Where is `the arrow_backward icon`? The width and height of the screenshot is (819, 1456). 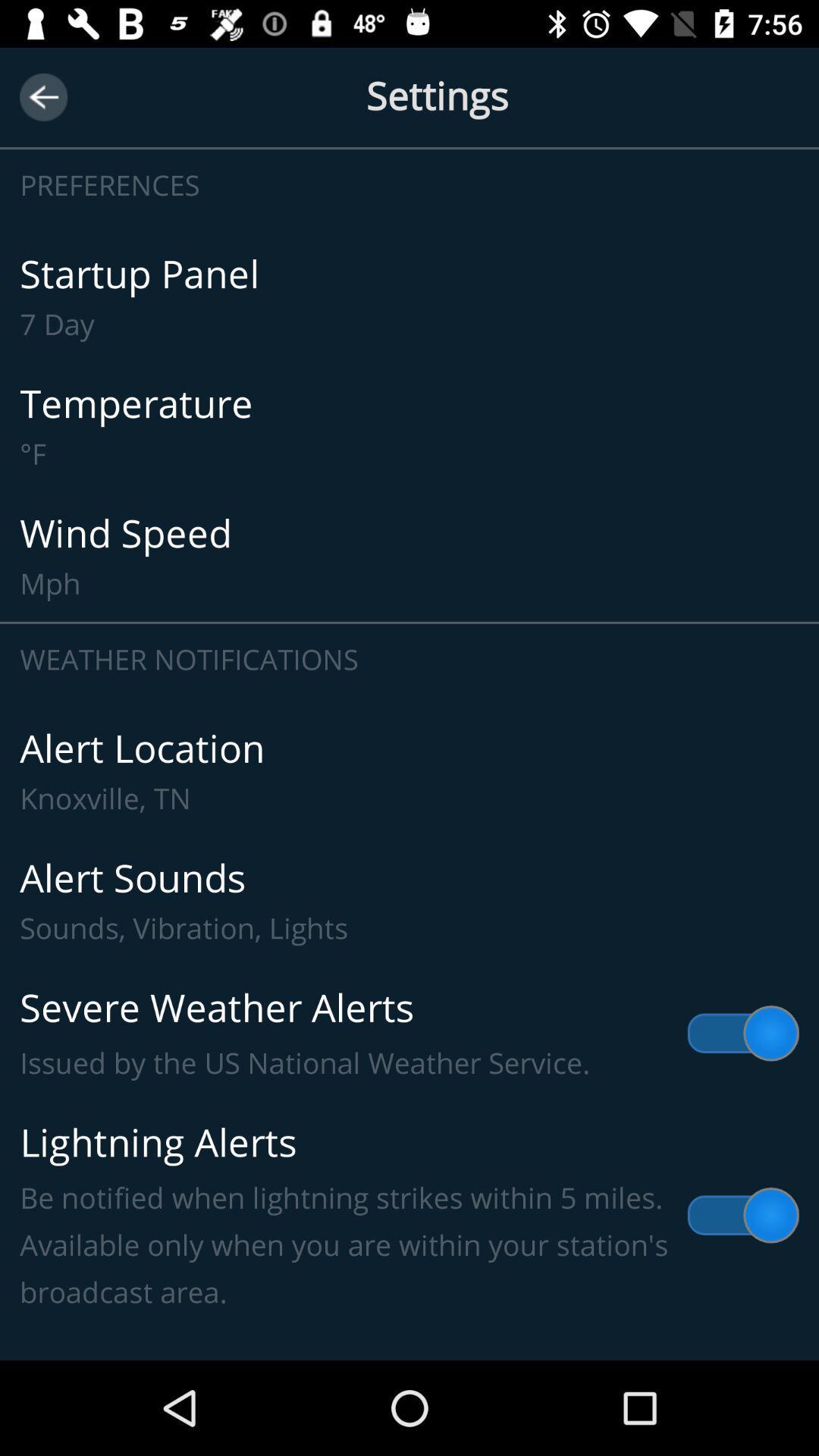 the arrow_backward icon is located at coordinates (42, 96).